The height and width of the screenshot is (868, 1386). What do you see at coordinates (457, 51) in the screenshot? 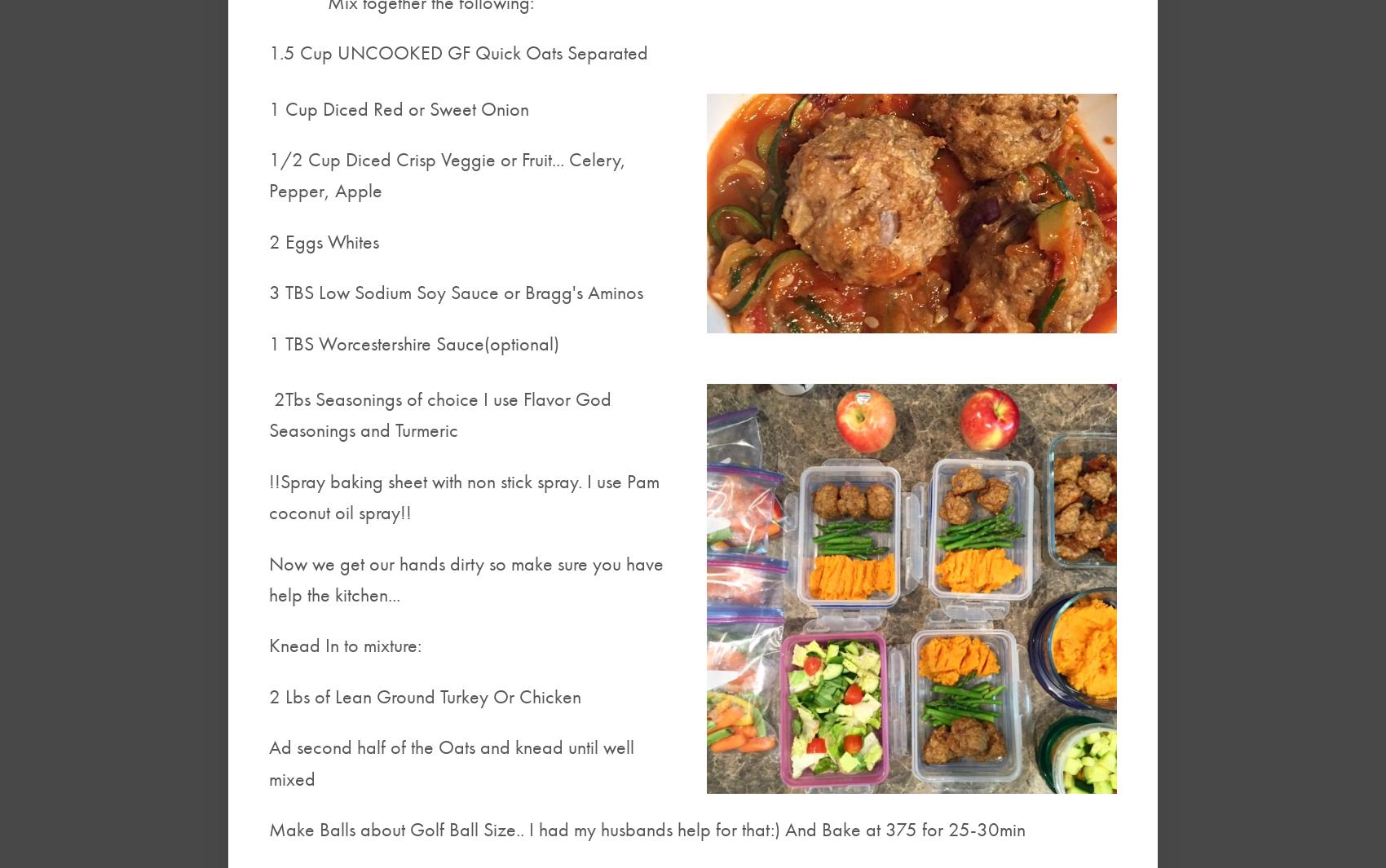
I see `'1.5 Cup UNCOOKED GF Quick Oats Separated'` at bounding box center [457, 51].